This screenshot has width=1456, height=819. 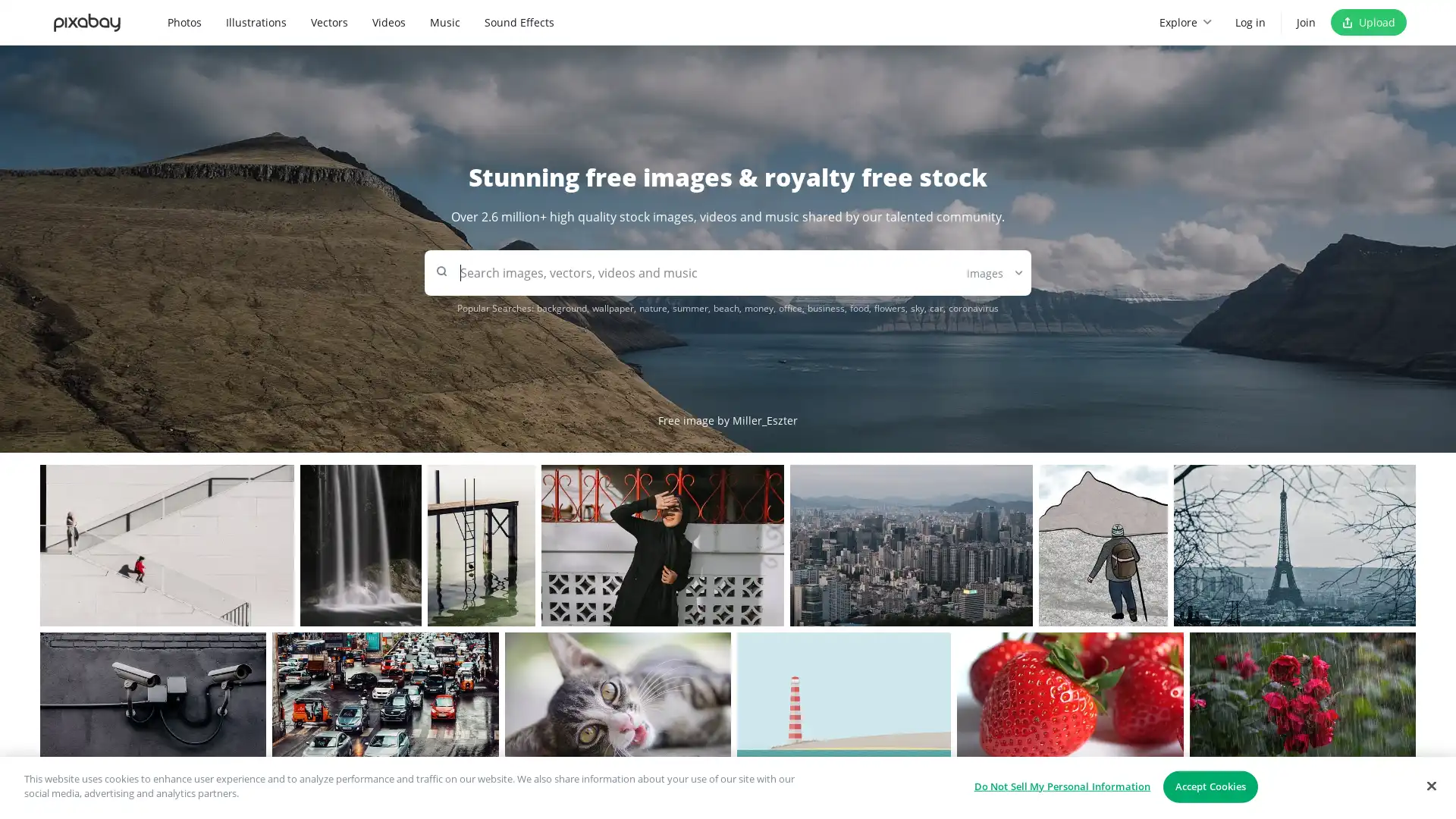 What do you see at coordinates (1185, 22) in the screenshot?
I see `Explore` at bounding box center [1185, 22].